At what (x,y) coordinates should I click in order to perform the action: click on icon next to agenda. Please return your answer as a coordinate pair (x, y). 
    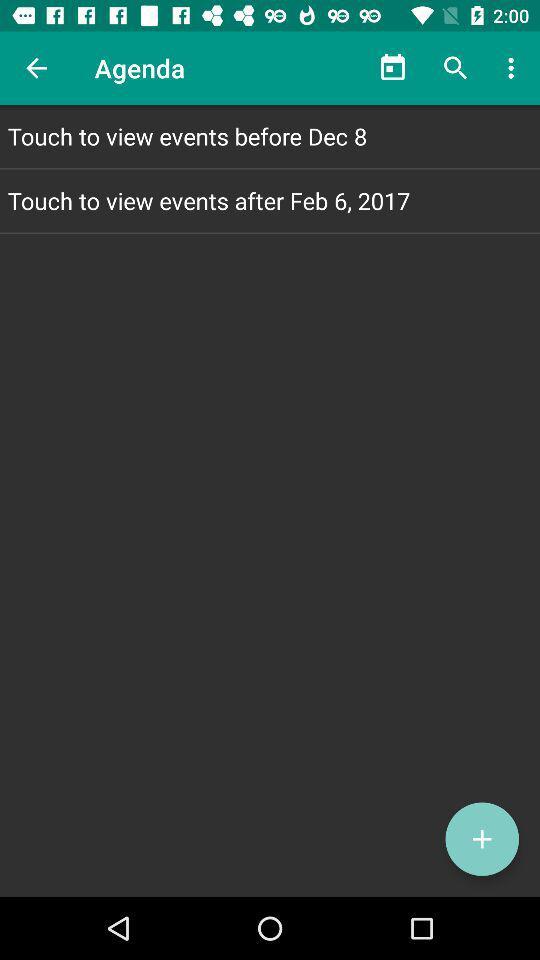
    Looking at the image, I should click on (393, 68).